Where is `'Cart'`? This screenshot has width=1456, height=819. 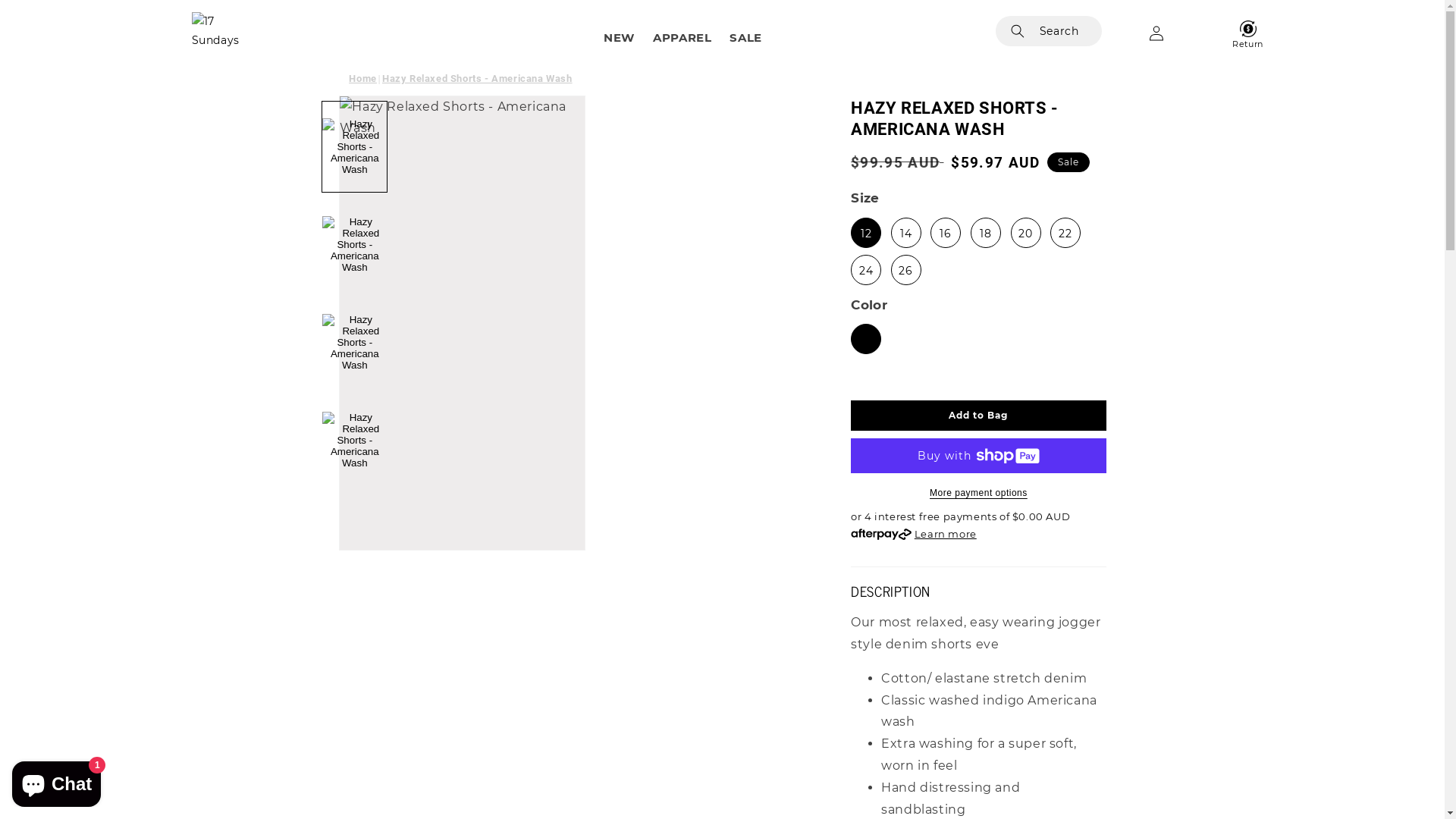 'Cart' is located at coordinates (1200, 33).